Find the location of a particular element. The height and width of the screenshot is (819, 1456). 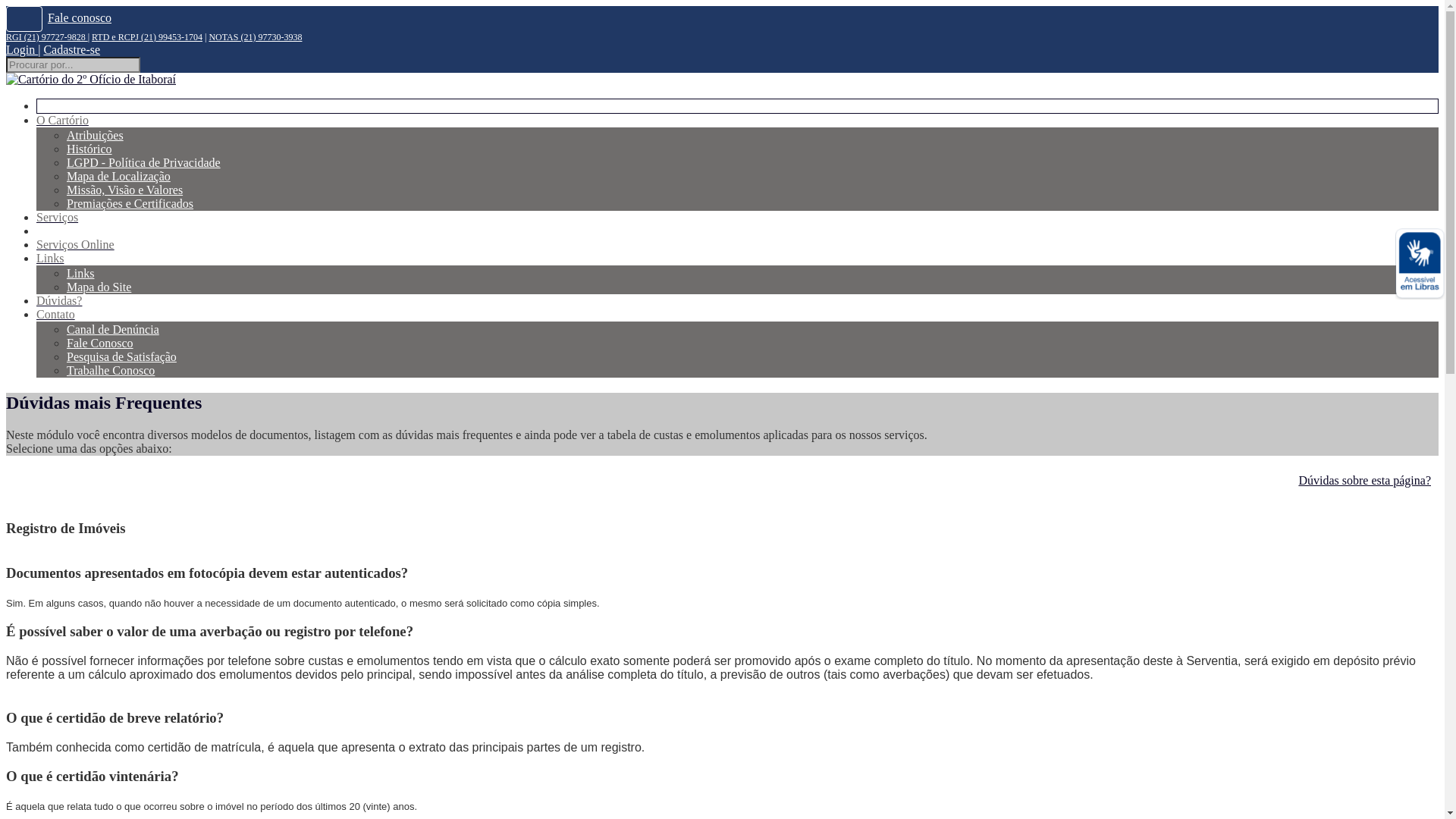

'Fale conosco' is located at coordinates (79, 17).